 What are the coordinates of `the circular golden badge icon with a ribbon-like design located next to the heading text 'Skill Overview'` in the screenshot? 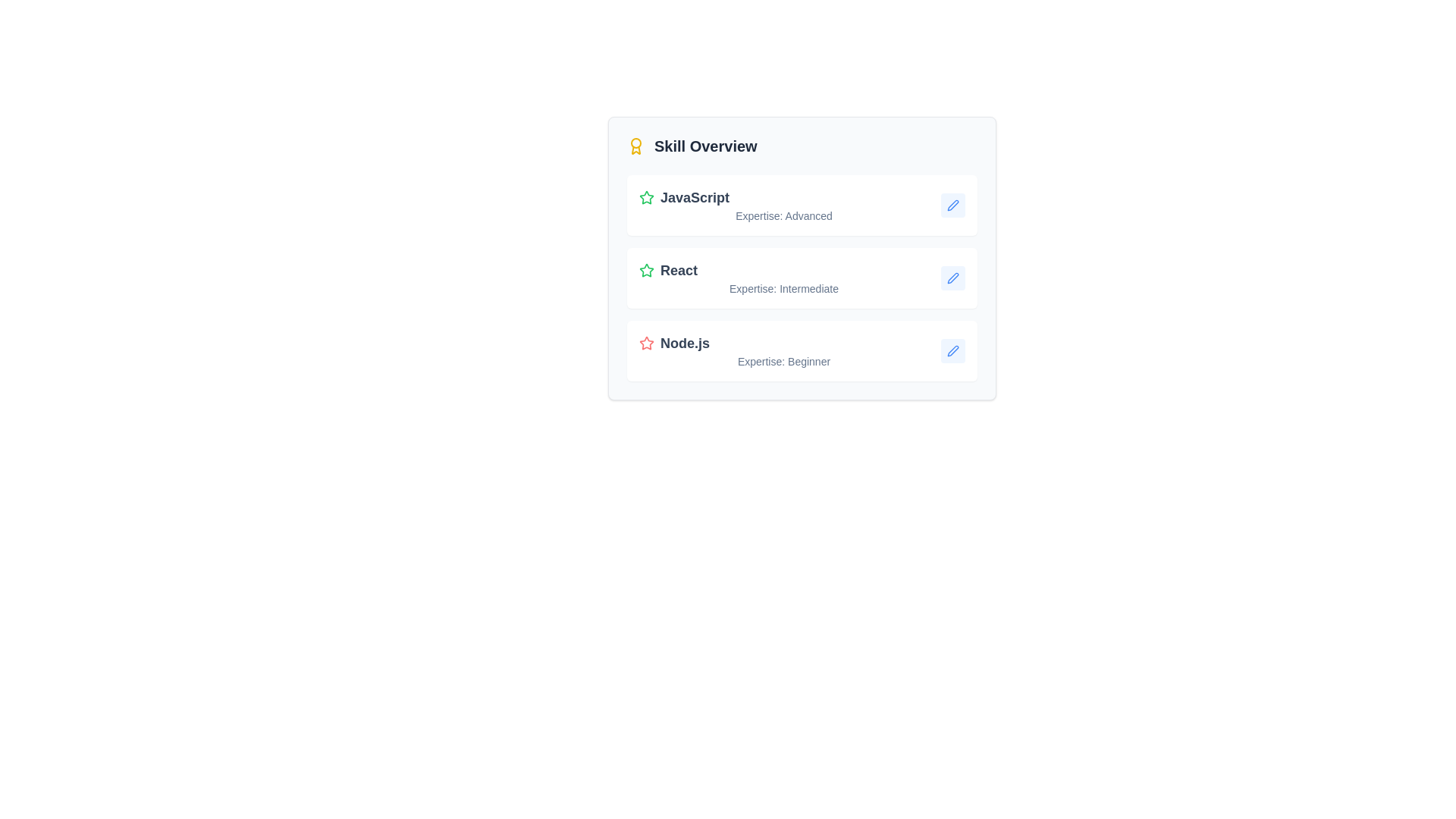 It's located at (636, 146).